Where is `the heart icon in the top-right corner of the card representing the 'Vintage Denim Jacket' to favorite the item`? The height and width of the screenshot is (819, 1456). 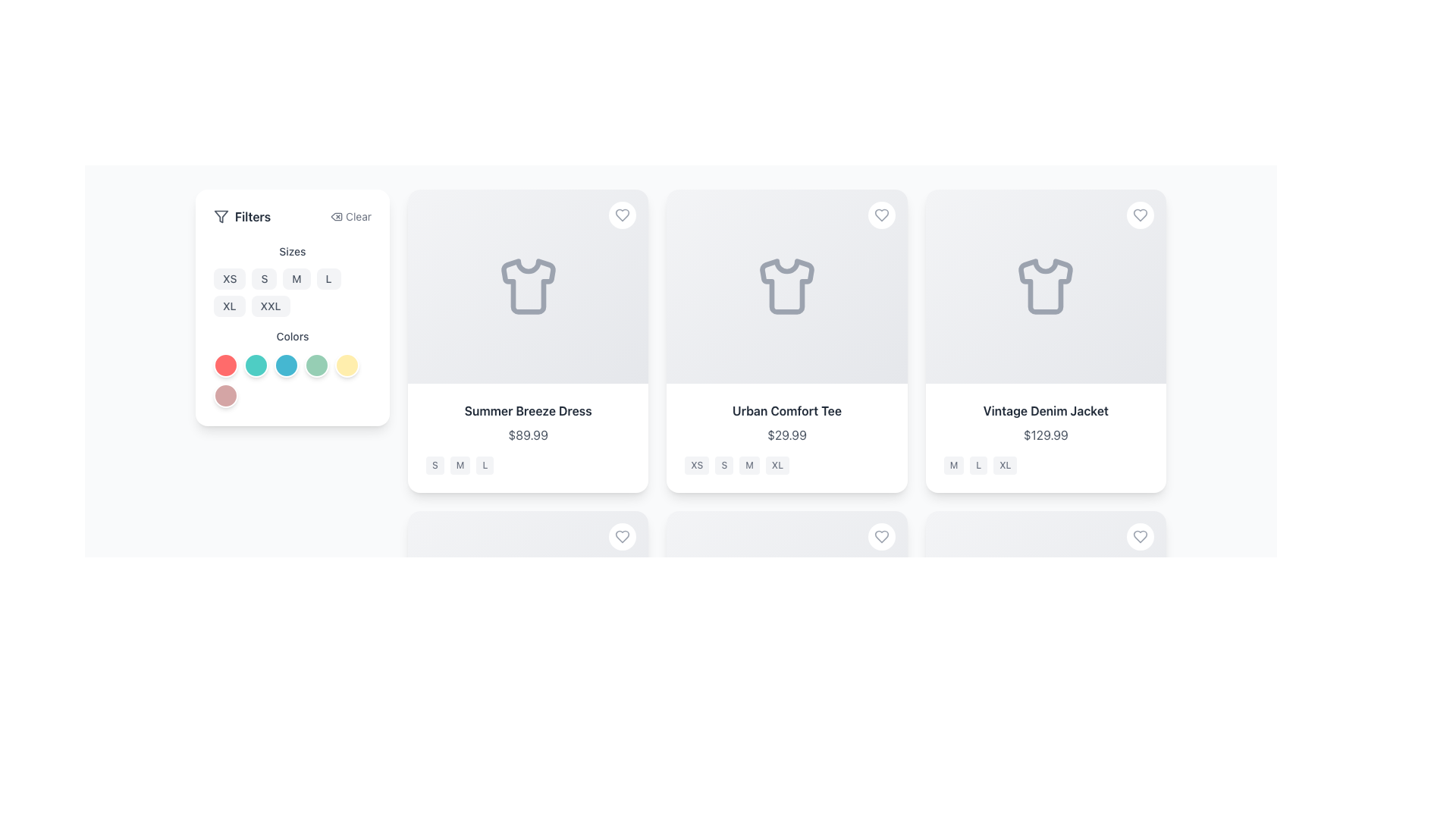 the heart icon in the top-right corner of the card representing the 'Vintage Denim Jacket' to favorite the item is located at coordinates (881, 536).